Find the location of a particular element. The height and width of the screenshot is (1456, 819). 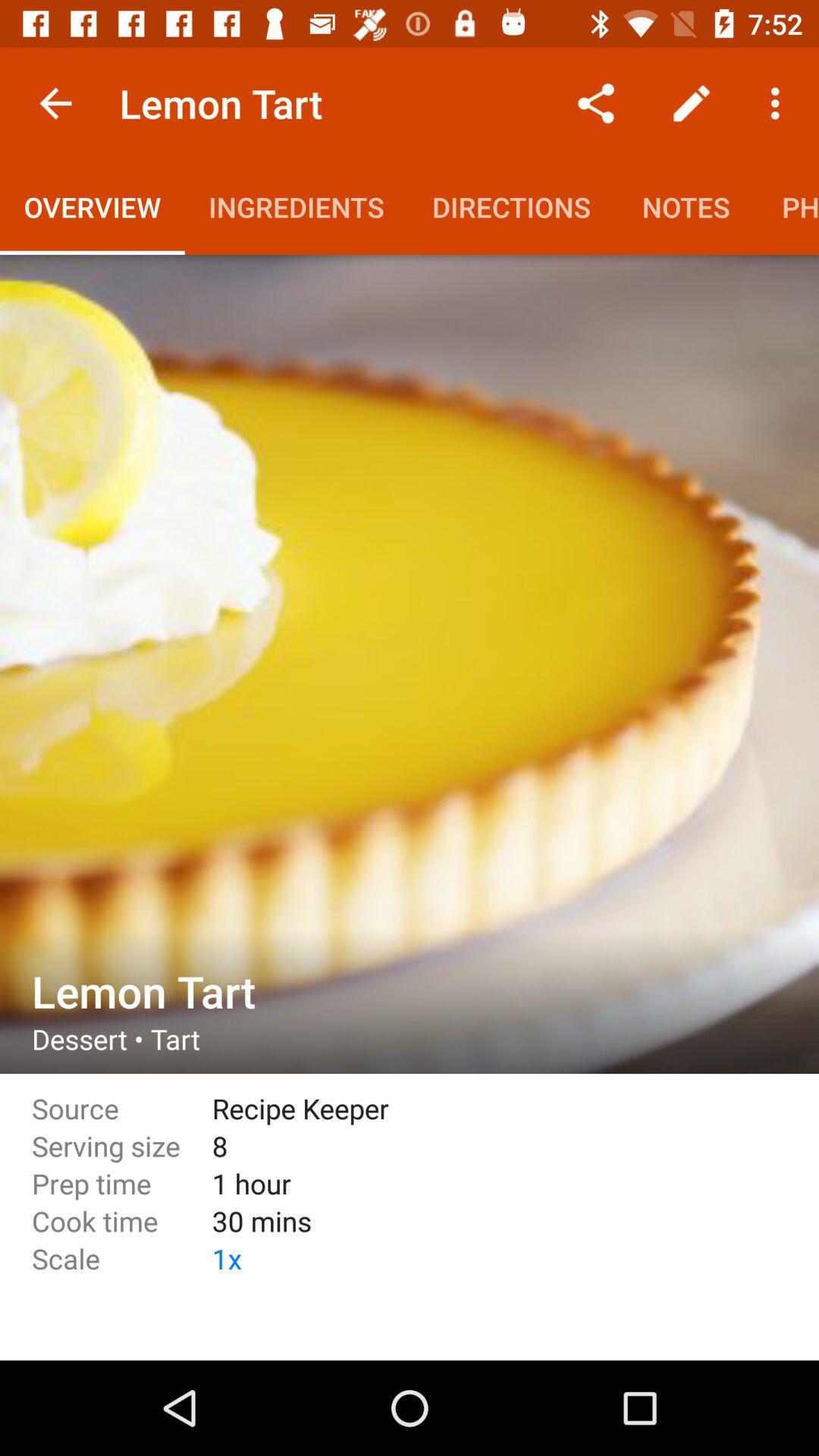

the icon to the right of cook time item is located at coordinates (483, 1258).